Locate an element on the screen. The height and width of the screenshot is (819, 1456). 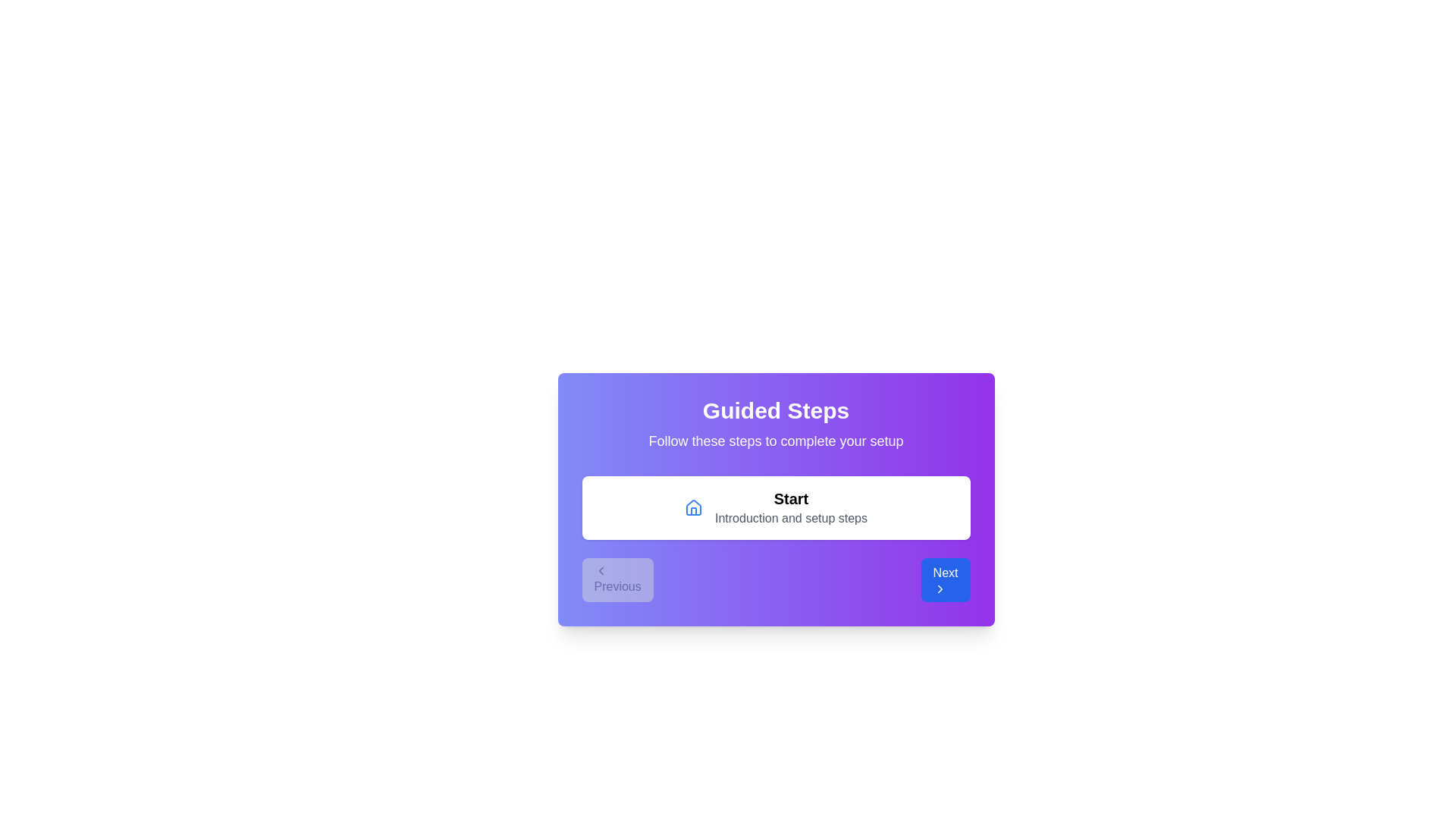
the house-shaped icon with a blue line art style, which is positioned centrally above the 'Start' label in the guided steps interface is located at coordinates (693, 507).